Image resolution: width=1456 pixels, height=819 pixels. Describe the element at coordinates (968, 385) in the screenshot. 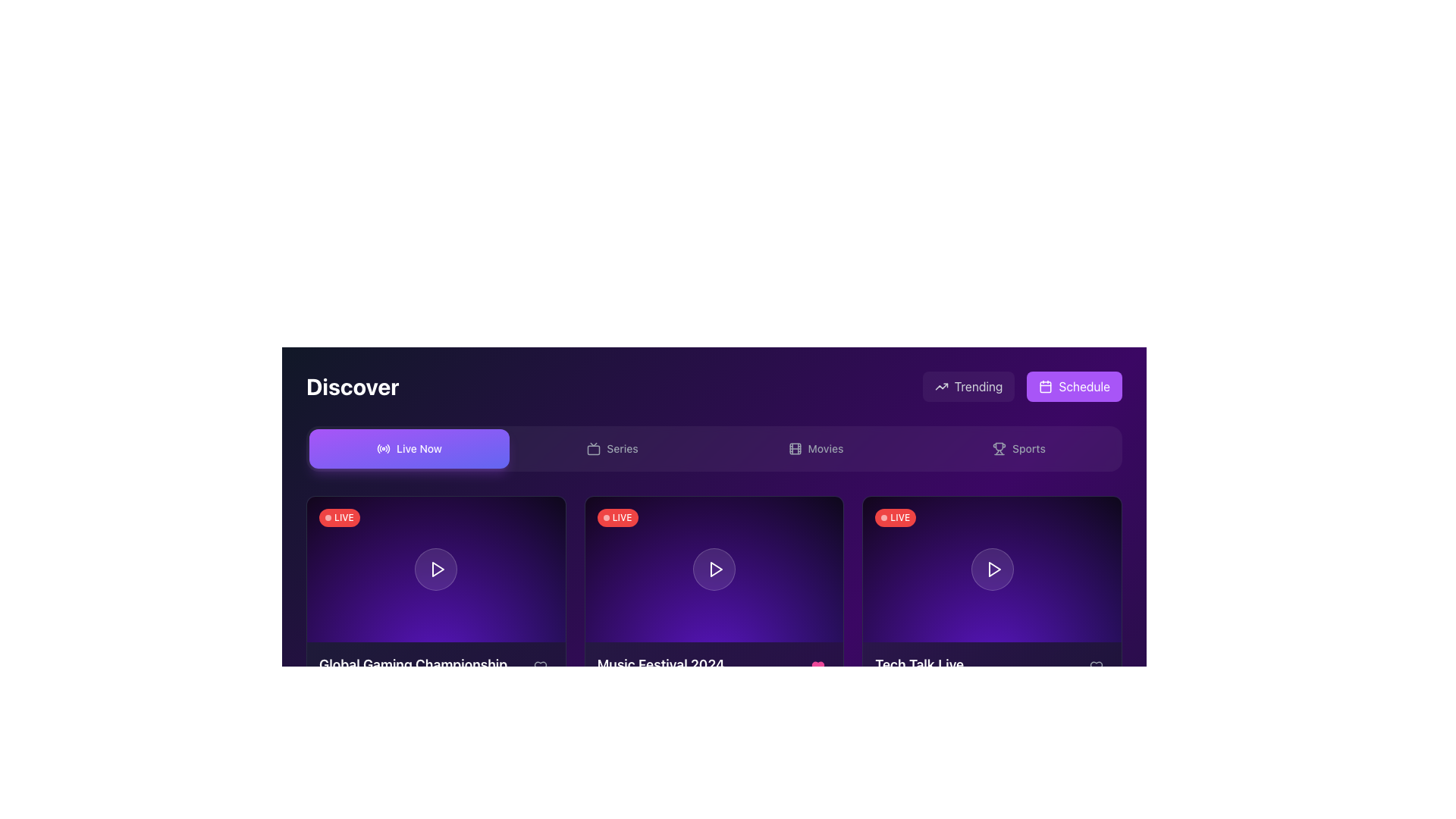

I see `the 'Trending' button located near the top-right section of the interface, specifically to the left of the 'Schedule' button` at that location.